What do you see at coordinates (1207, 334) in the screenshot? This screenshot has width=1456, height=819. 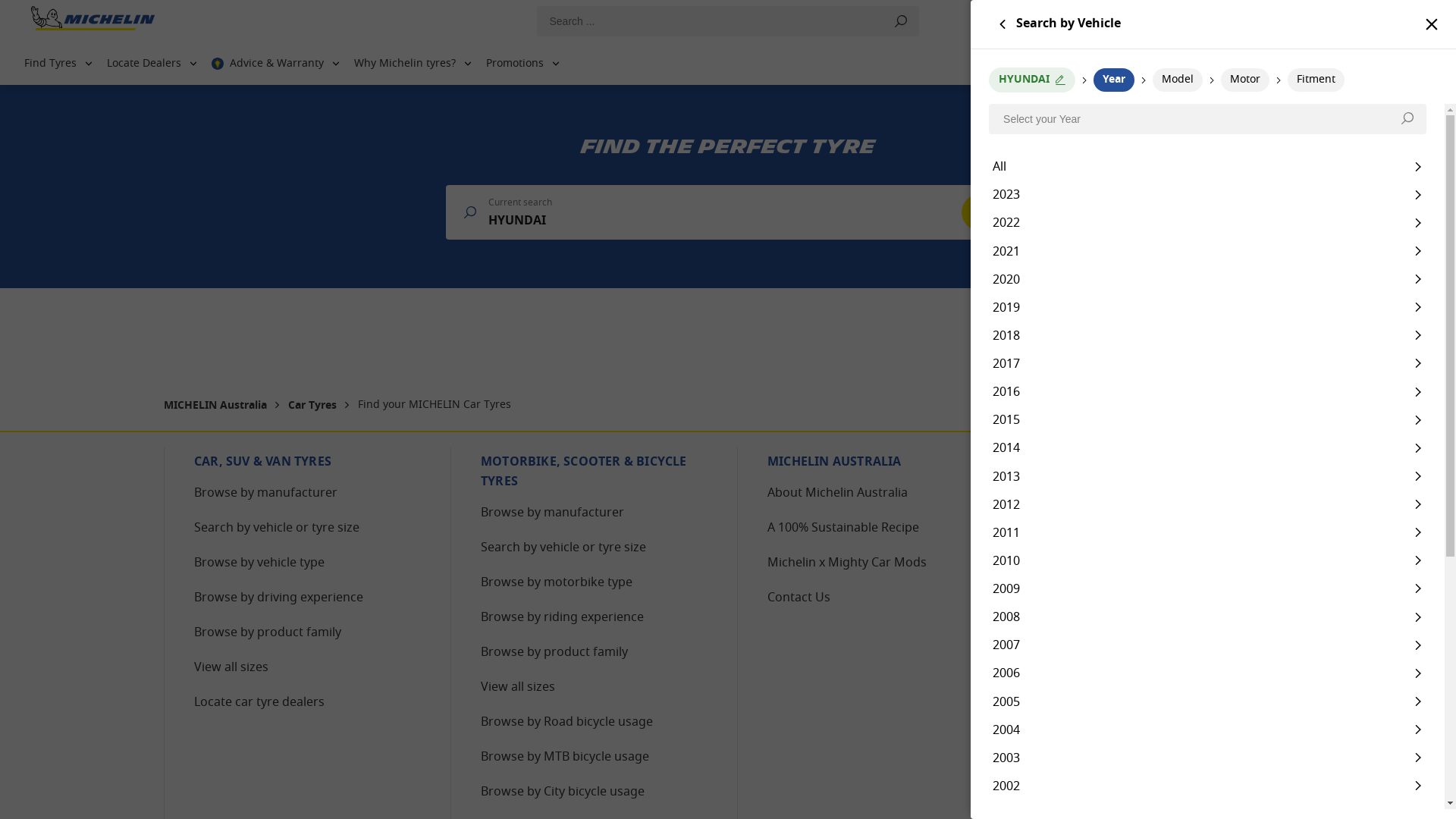 I see `'2018'` at bounding box center [1207, 334].